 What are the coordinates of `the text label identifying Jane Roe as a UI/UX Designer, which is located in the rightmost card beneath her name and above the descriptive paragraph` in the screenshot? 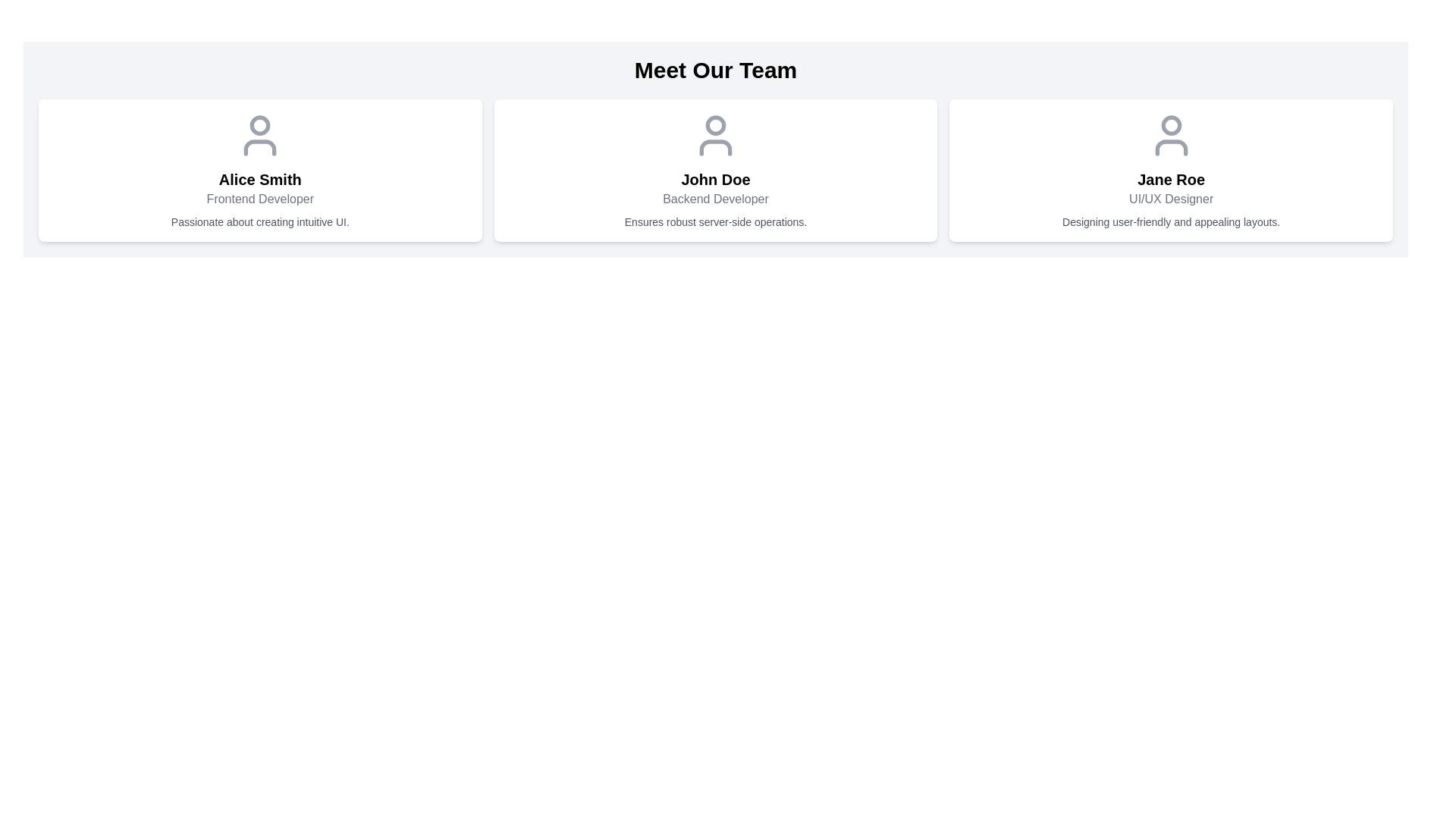 It's located at (1170, 198).